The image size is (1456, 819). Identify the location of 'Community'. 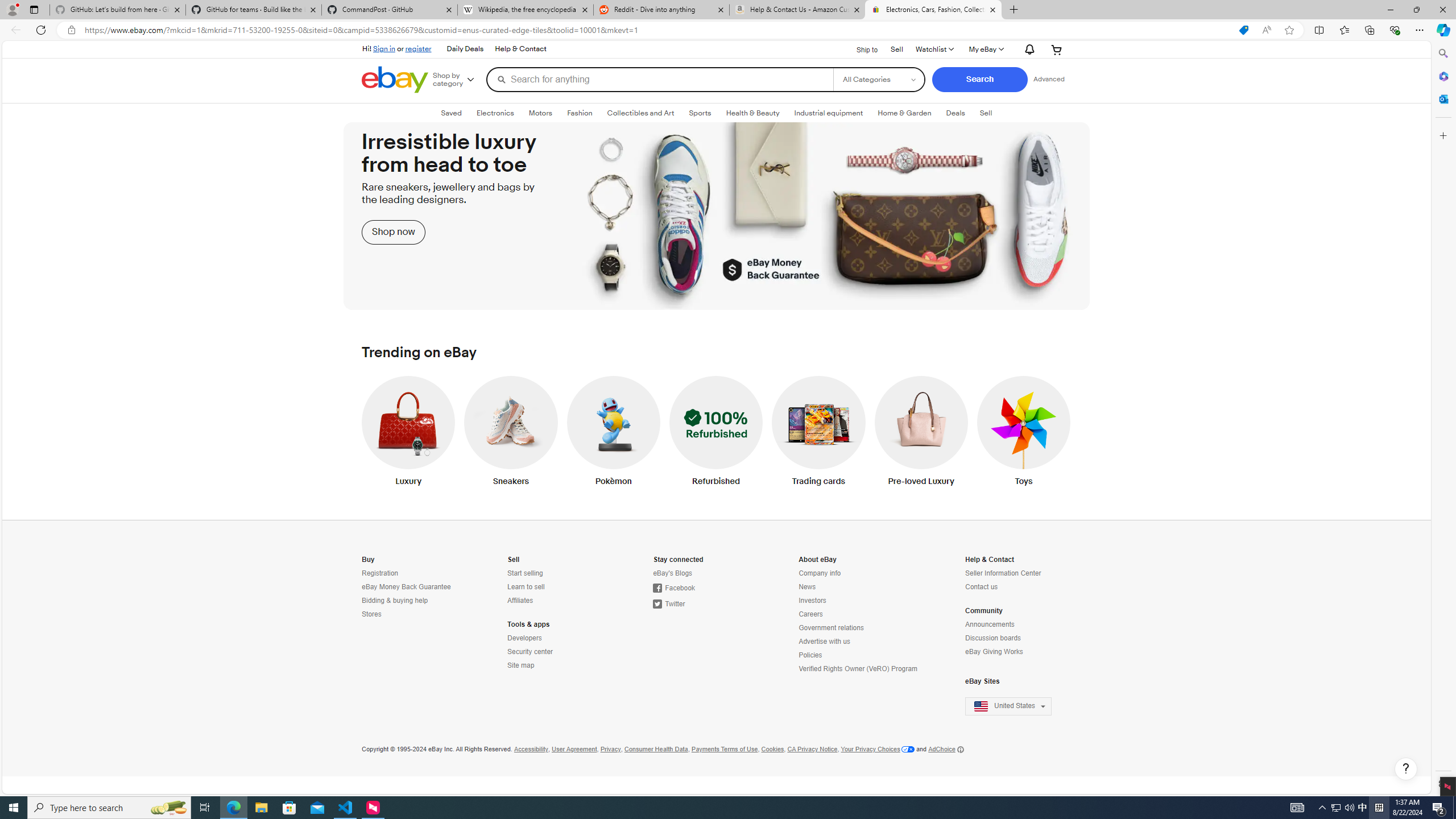
(983, 610).